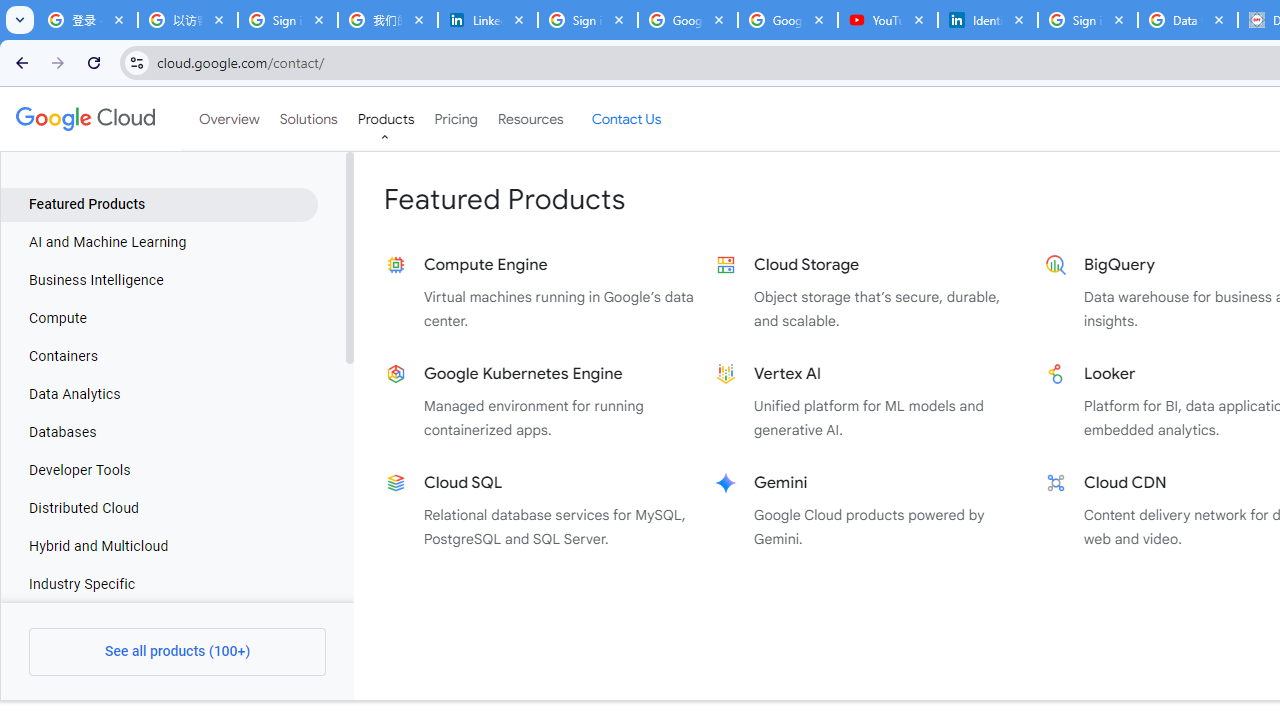 The width and height of the screenshot is (1280, 720). What do you see at coordinates (158, 204) in the screenshot?
I see `'Featured Products'` at bounding box center [158, 204].